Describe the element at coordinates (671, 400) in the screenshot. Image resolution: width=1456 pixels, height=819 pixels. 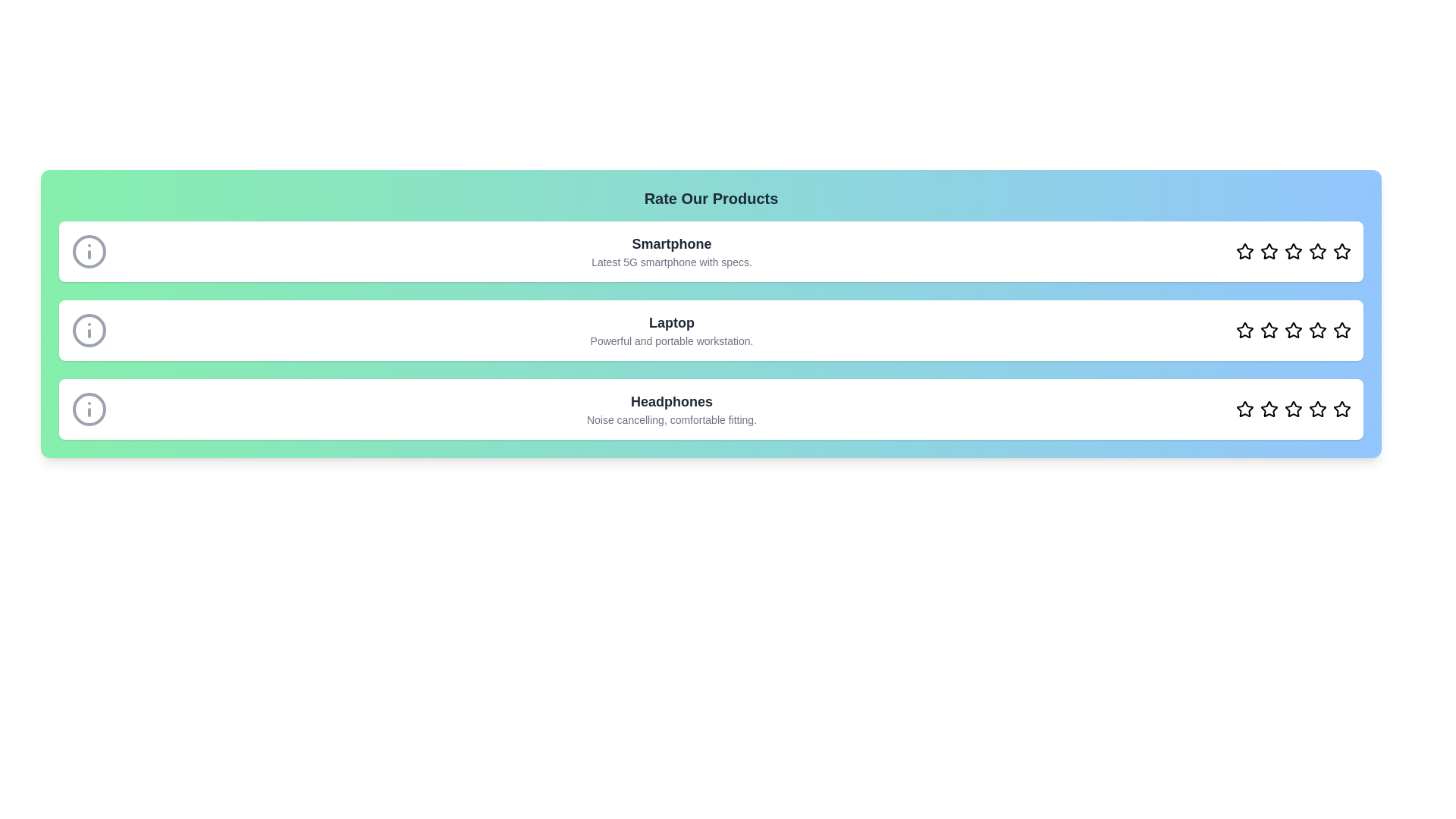
I see `the 'Headphones' text label, which is styled in bold and larger font, positioned prominently above the descriptive text in the third row of the layout` at that location.